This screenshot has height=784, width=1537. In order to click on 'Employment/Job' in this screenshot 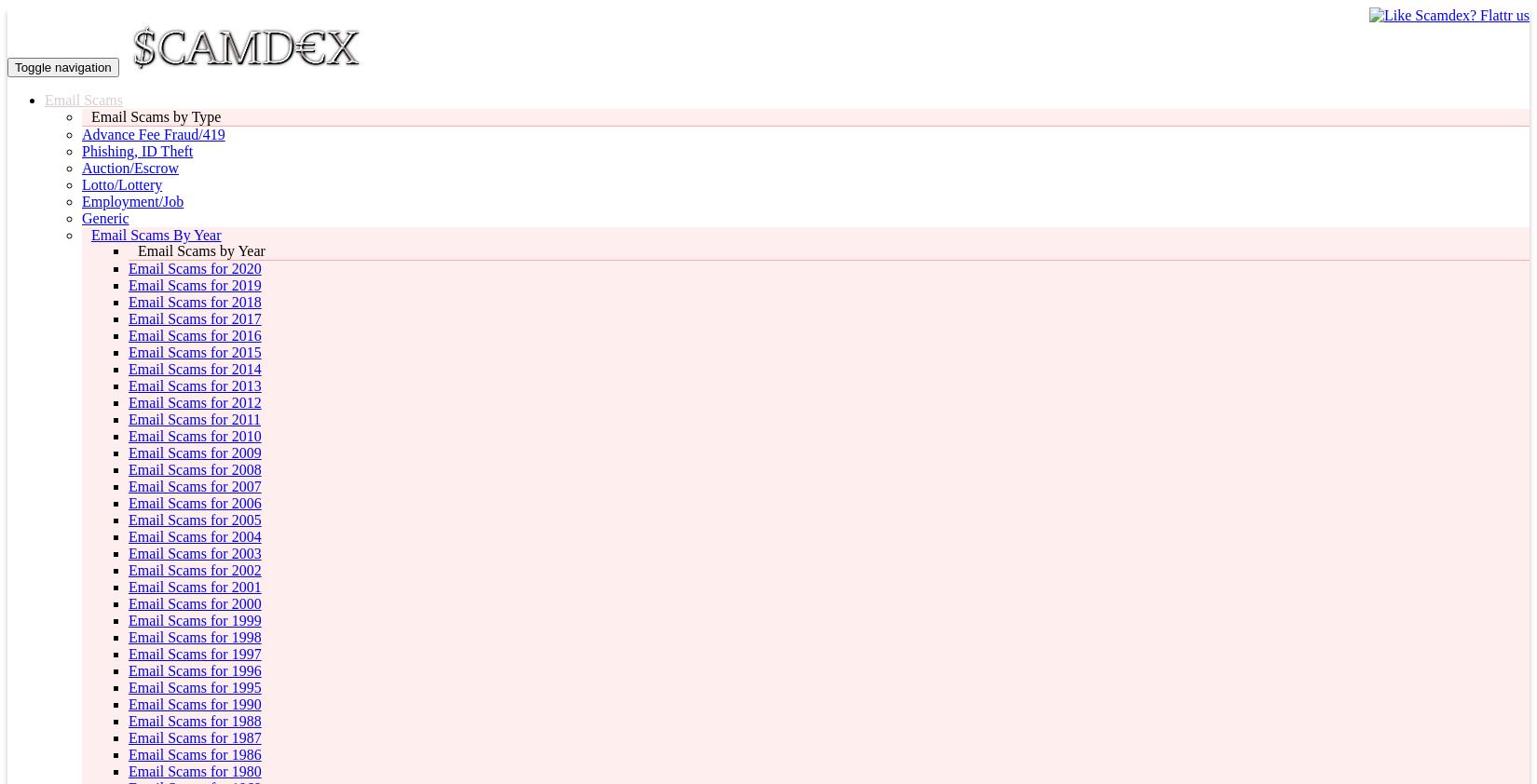, I will do `click(132, 201)`.